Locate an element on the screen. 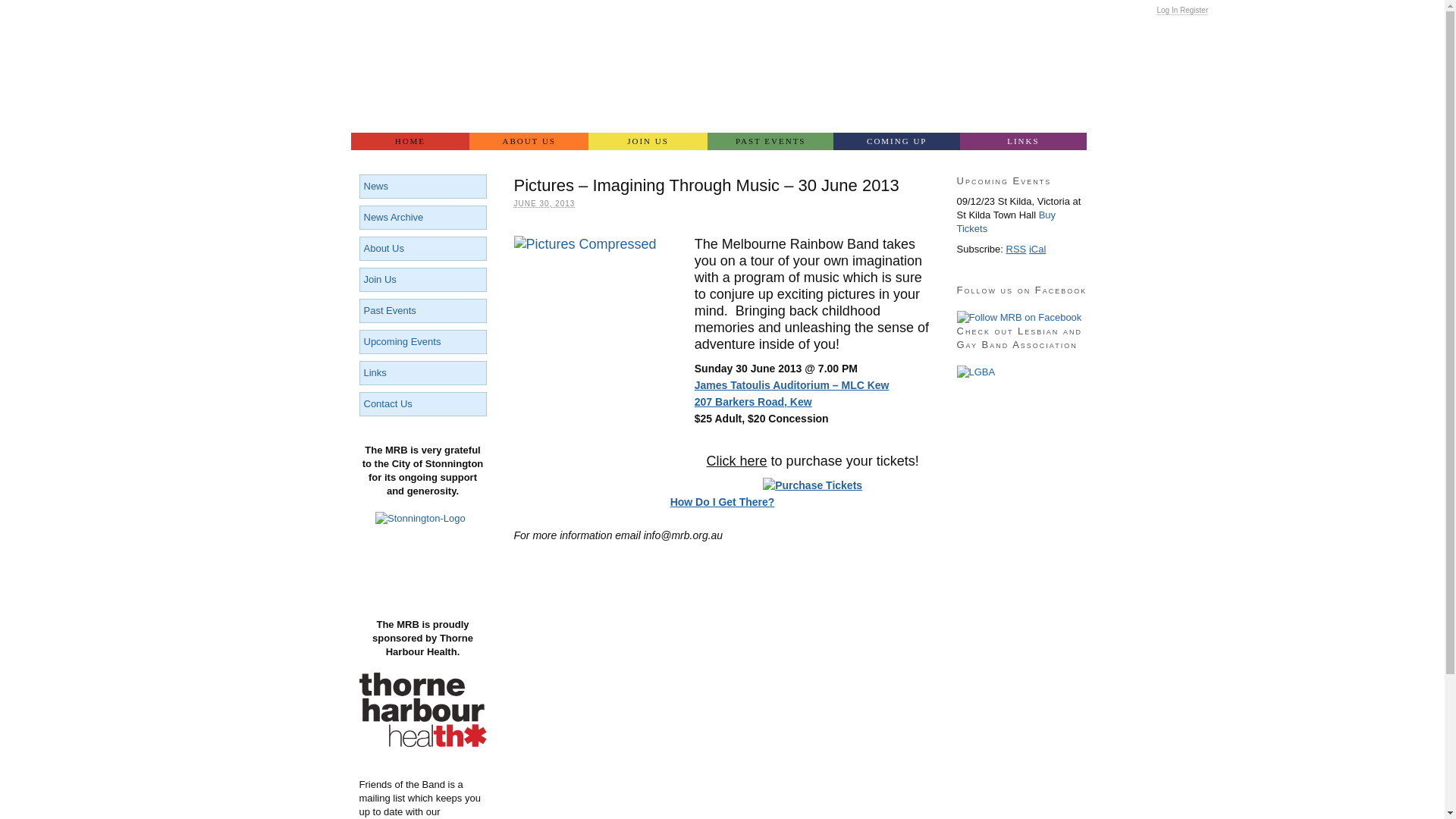 This screenshot has width=1456, height=819. 'Click here' is located at coordinates (736, 460).